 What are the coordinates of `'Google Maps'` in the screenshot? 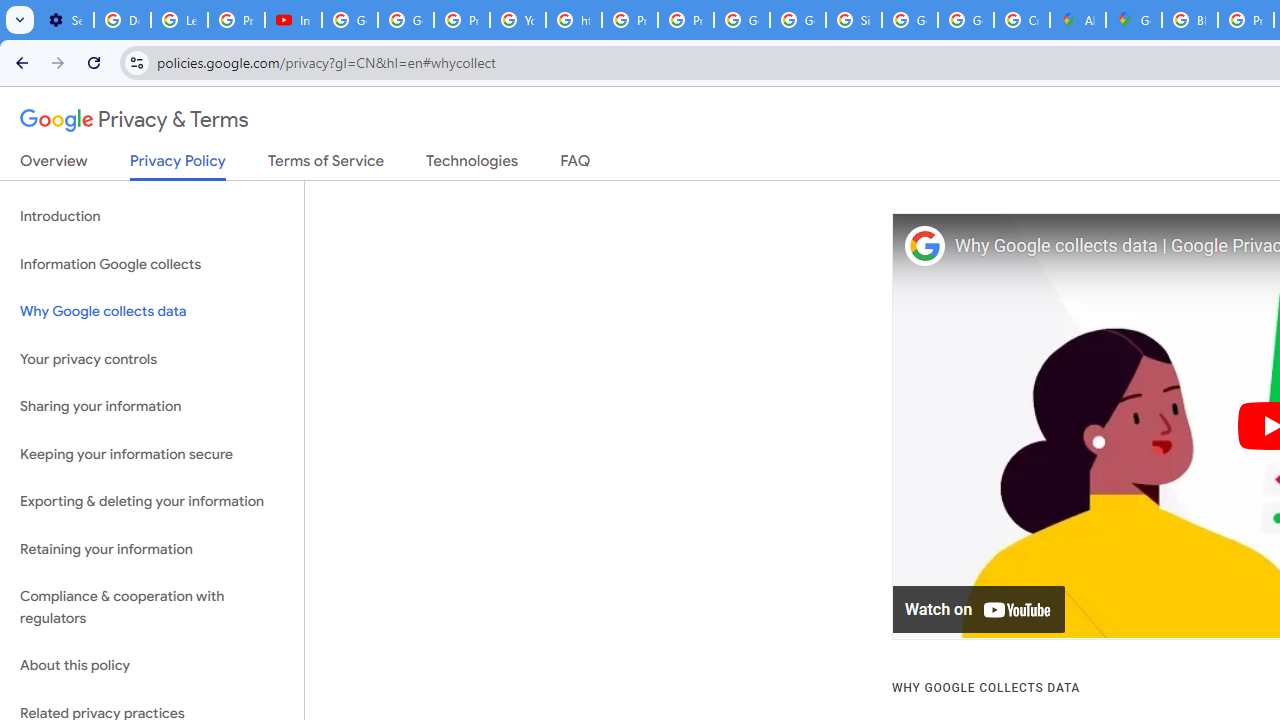 It's located at (1134, 20).